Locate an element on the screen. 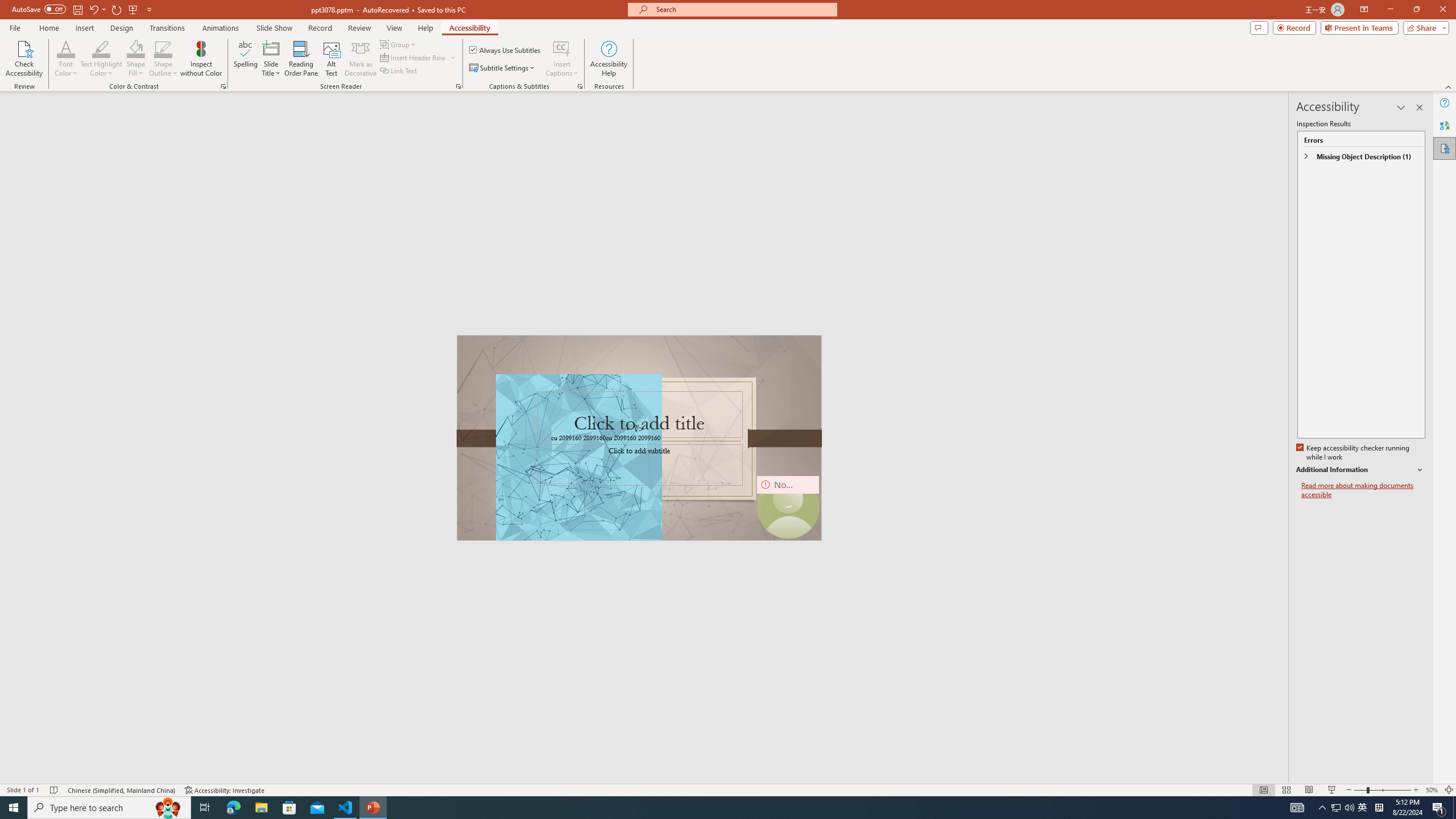 This screenshot has height=819, width=1456. 'Insert Header Row' is located at coordinates (418, 56).